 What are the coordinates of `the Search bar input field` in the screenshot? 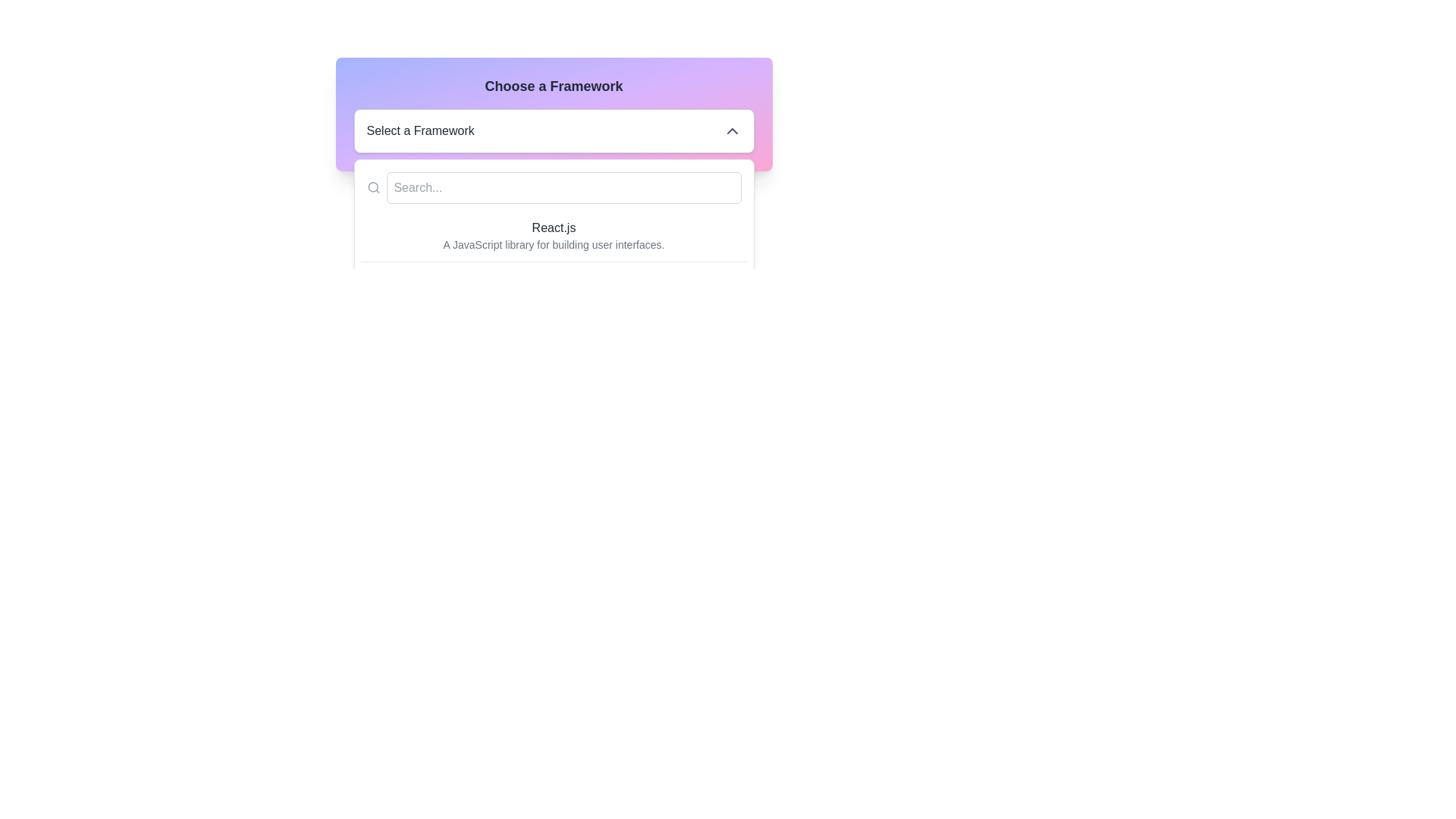 It's located at (553, 187).